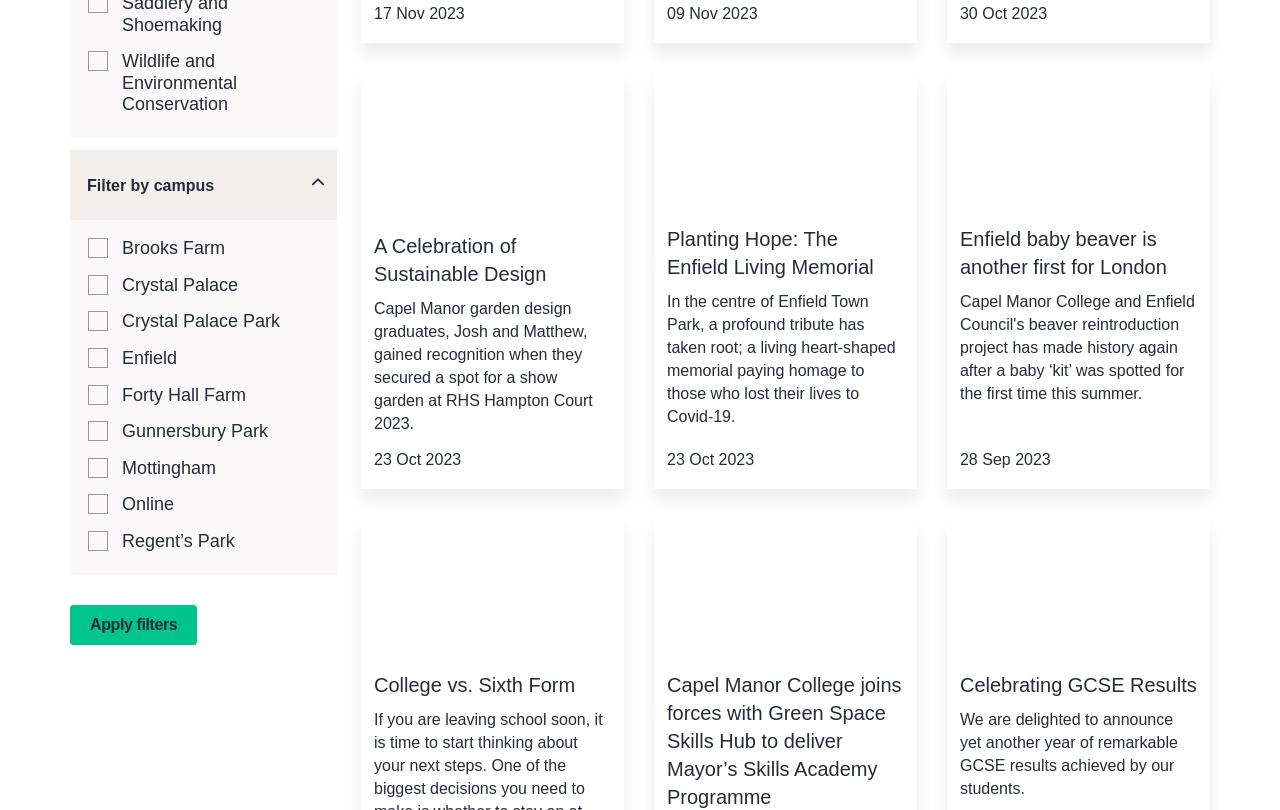  What do you see at coordinates (1004, 458) in the screenshot?
I see `'28 Sep 2023'` at bounding box center [1004, 458].